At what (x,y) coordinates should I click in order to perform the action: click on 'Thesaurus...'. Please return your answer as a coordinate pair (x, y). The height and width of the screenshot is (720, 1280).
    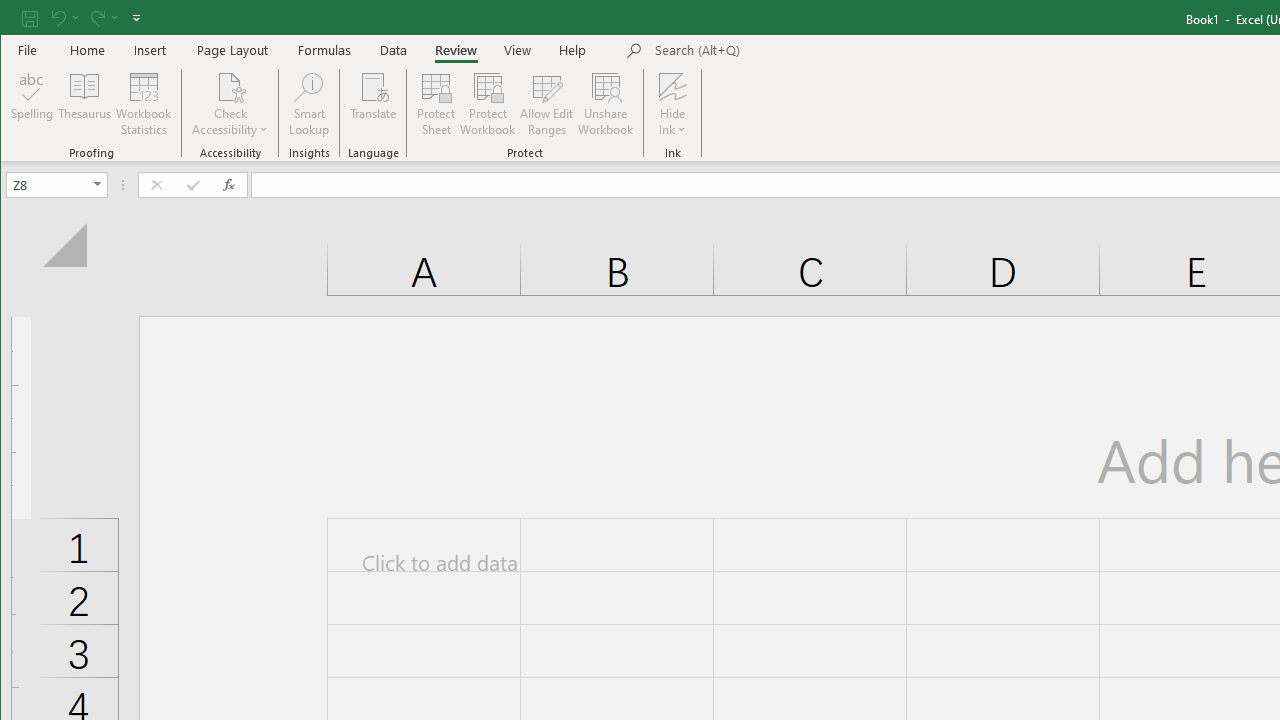
    Looking at the image, I should click on (84, 104).